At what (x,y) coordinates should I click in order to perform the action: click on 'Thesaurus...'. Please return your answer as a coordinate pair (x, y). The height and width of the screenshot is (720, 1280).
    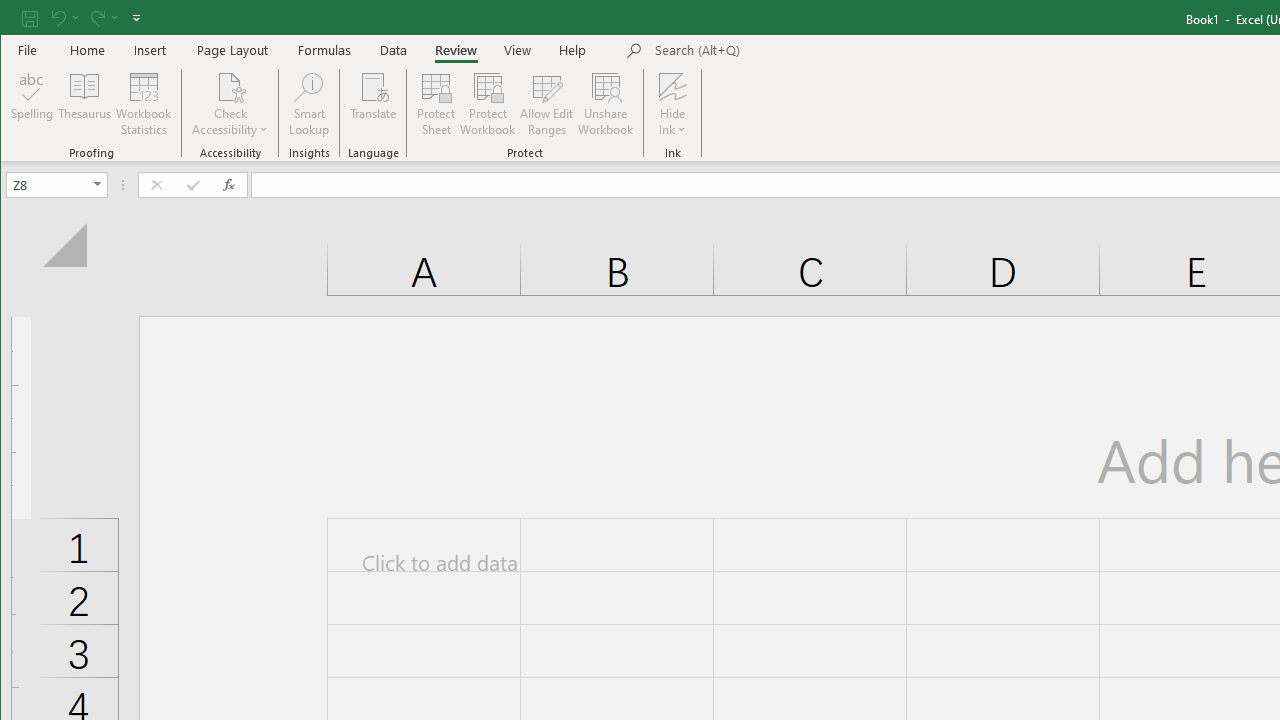
    Looking at the image, I should click on (84, 104).